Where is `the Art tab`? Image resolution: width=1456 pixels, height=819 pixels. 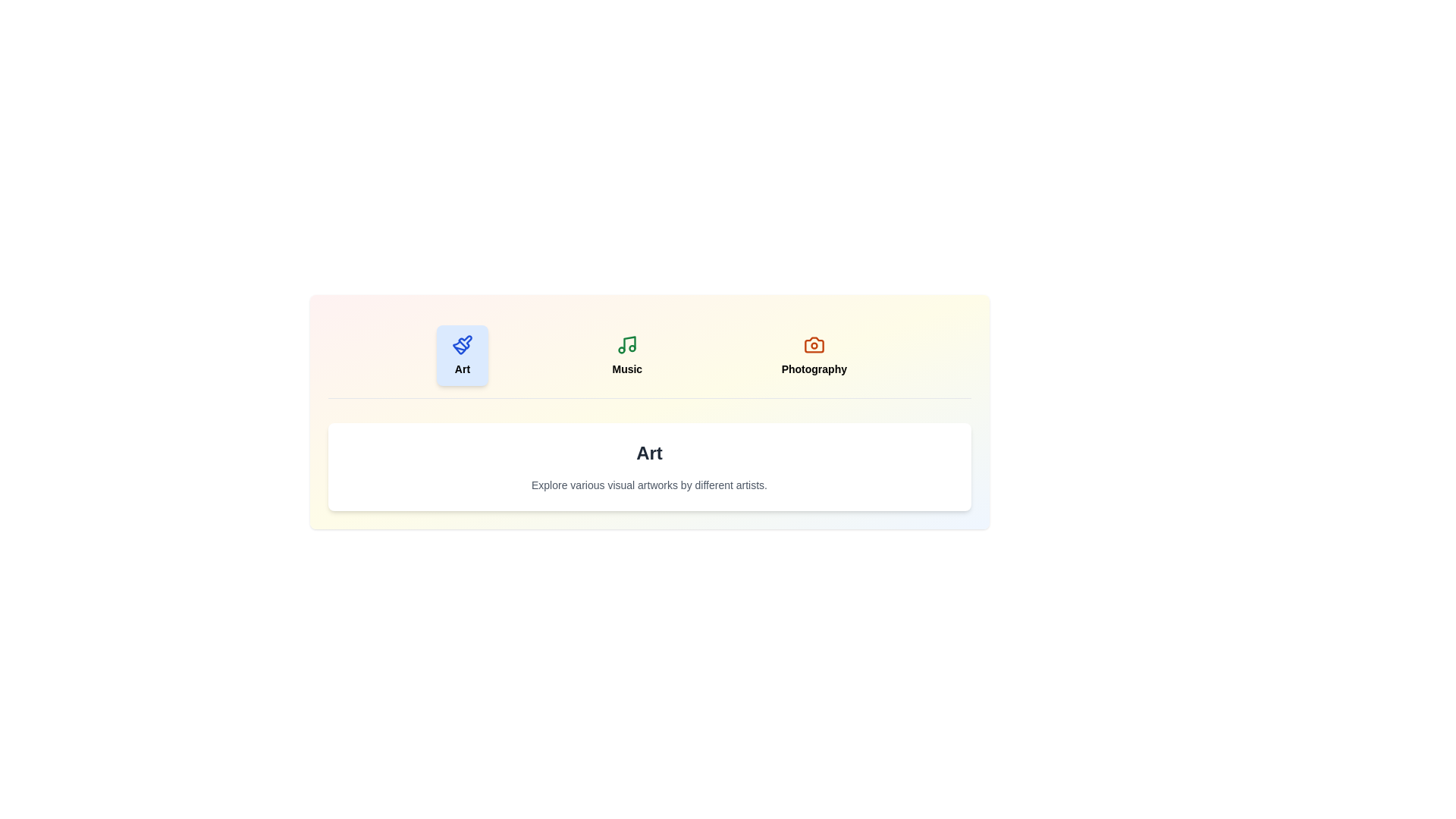 the Art tab is located at coordinates (461, 356).